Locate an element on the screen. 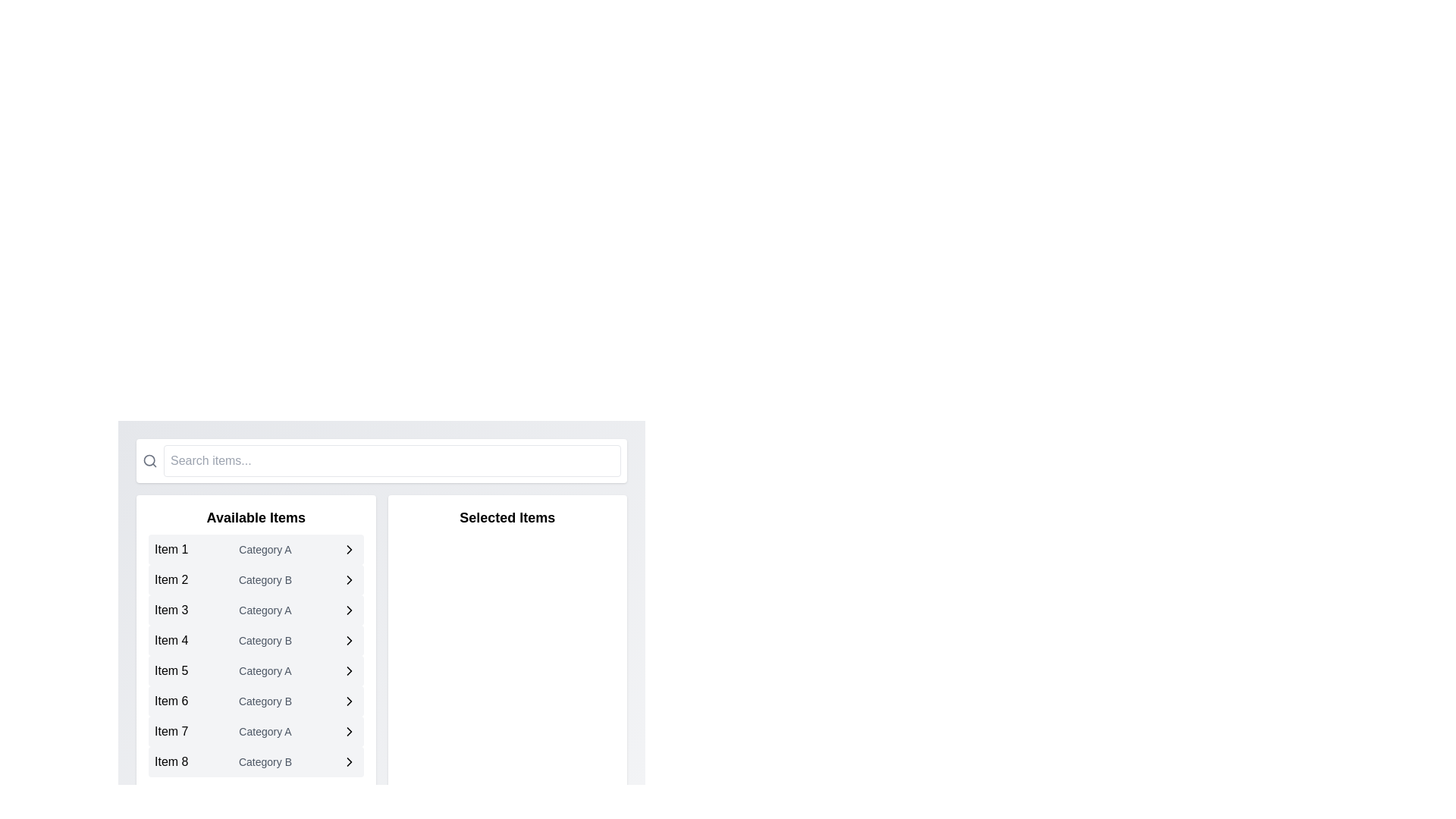 This screenshot has width=1456, height=819. the chevron icon in the 'Available Items' section is located at coordinates (349, 730).